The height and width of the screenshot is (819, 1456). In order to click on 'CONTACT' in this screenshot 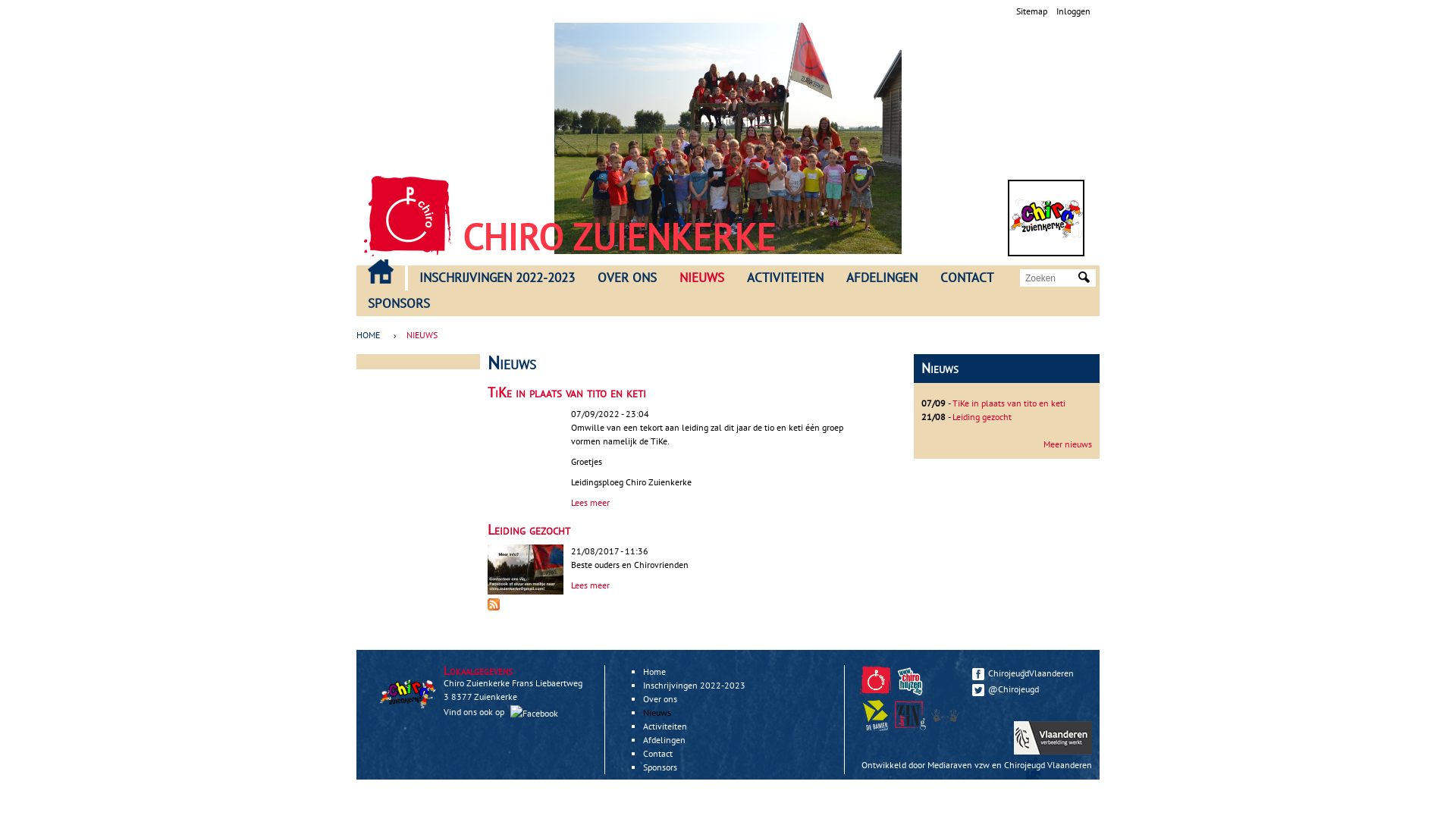, I will do `click(966, 278)`.